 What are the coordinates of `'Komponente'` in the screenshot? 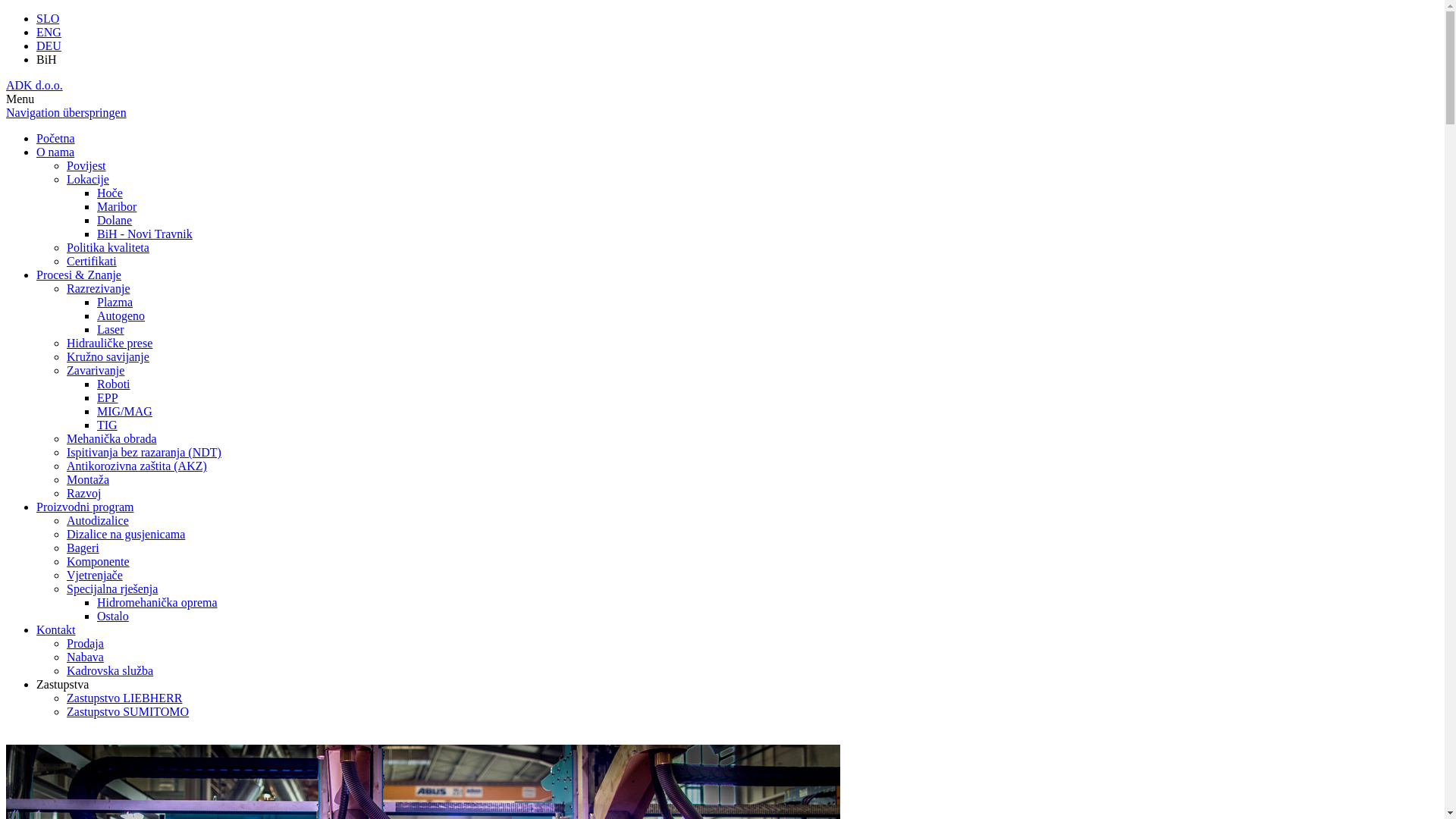 It's located at (65, 561).